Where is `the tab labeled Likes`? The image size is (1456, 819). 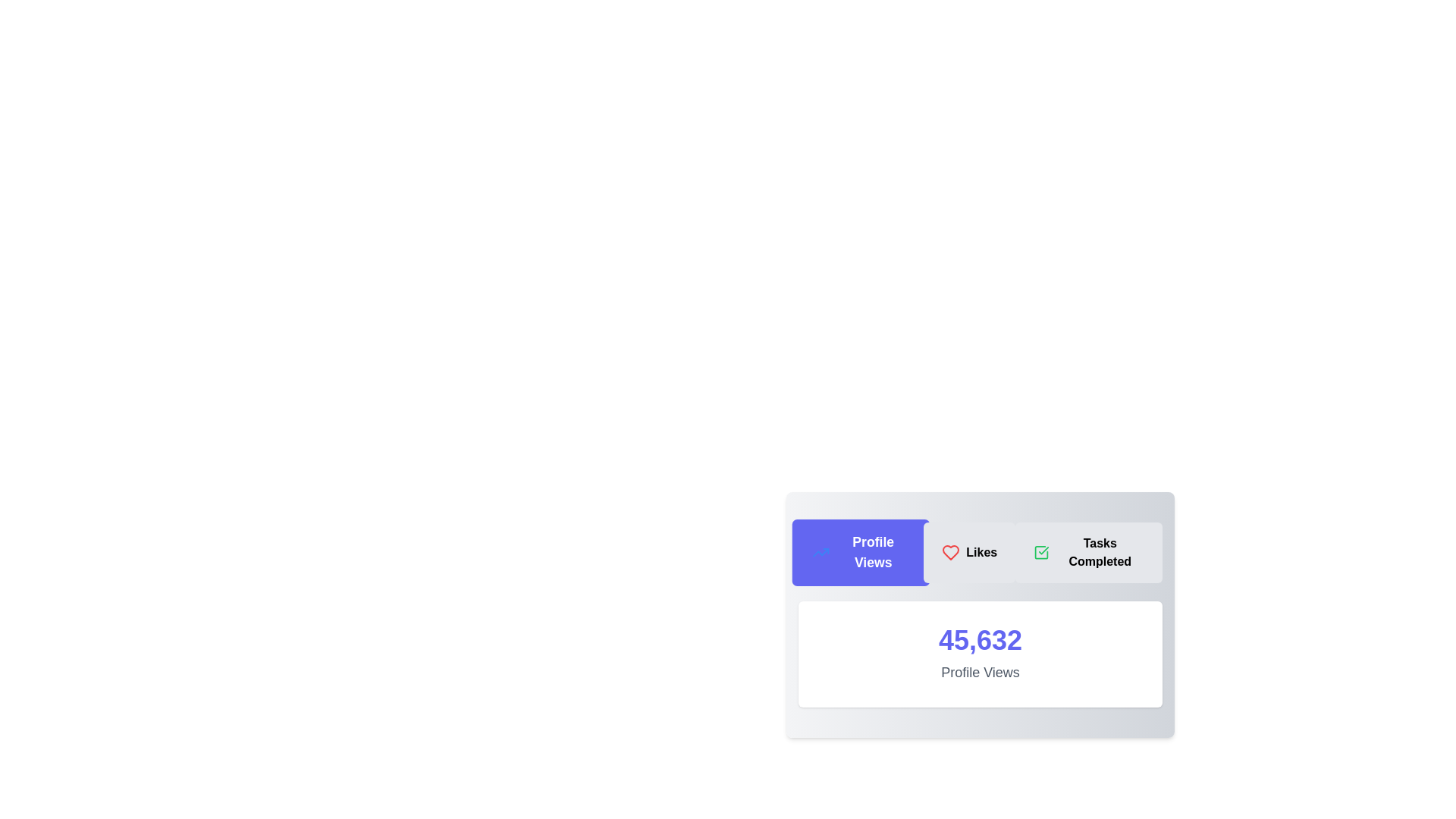
the tab labeled Likes is located at coordinates (968, 553).